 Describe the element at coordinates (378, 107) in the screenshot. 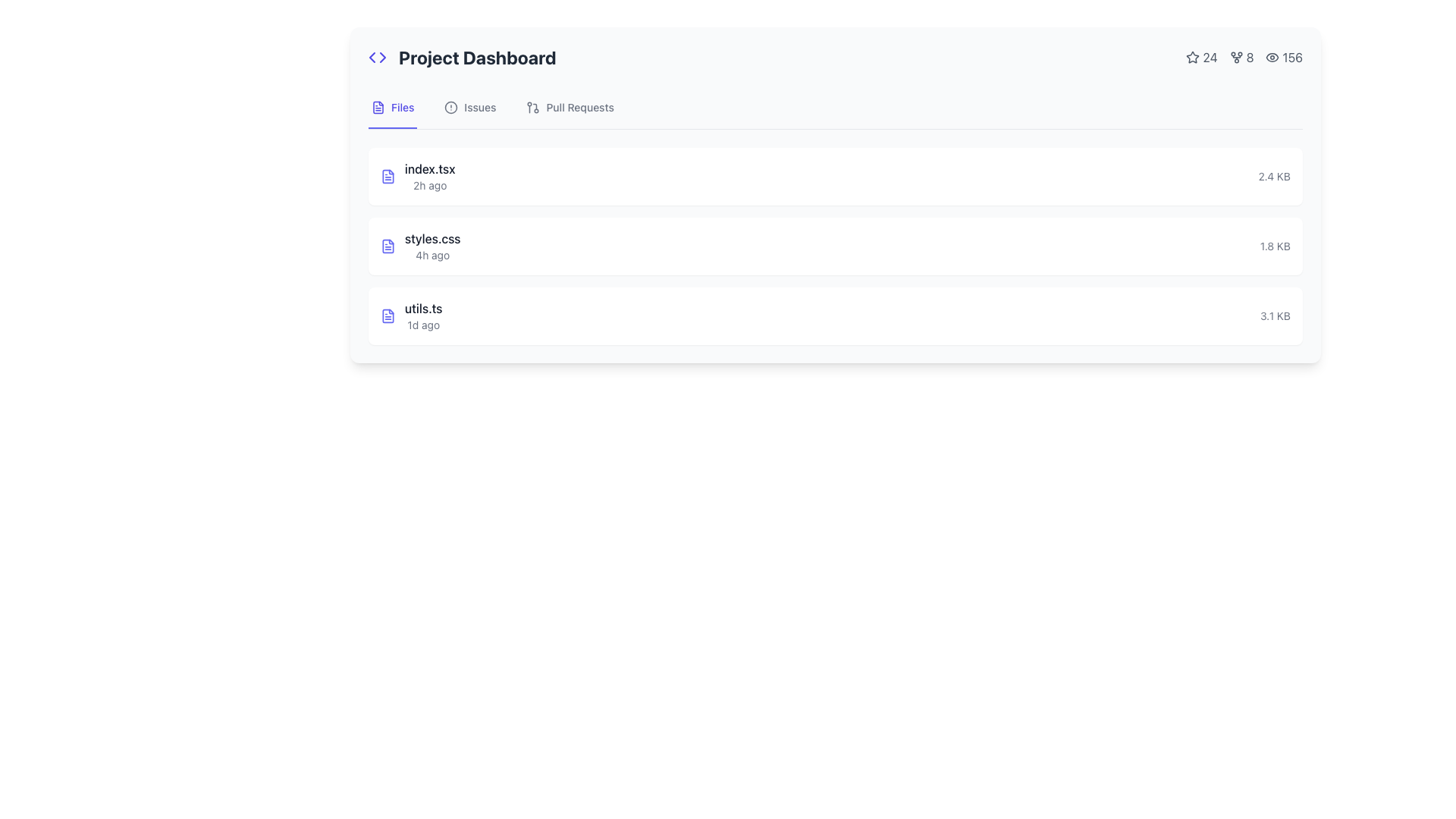

I see `document icon with a blue stroke located to the left of the 'Files' label in the navigation tab of the dashboard for styling` at that location.